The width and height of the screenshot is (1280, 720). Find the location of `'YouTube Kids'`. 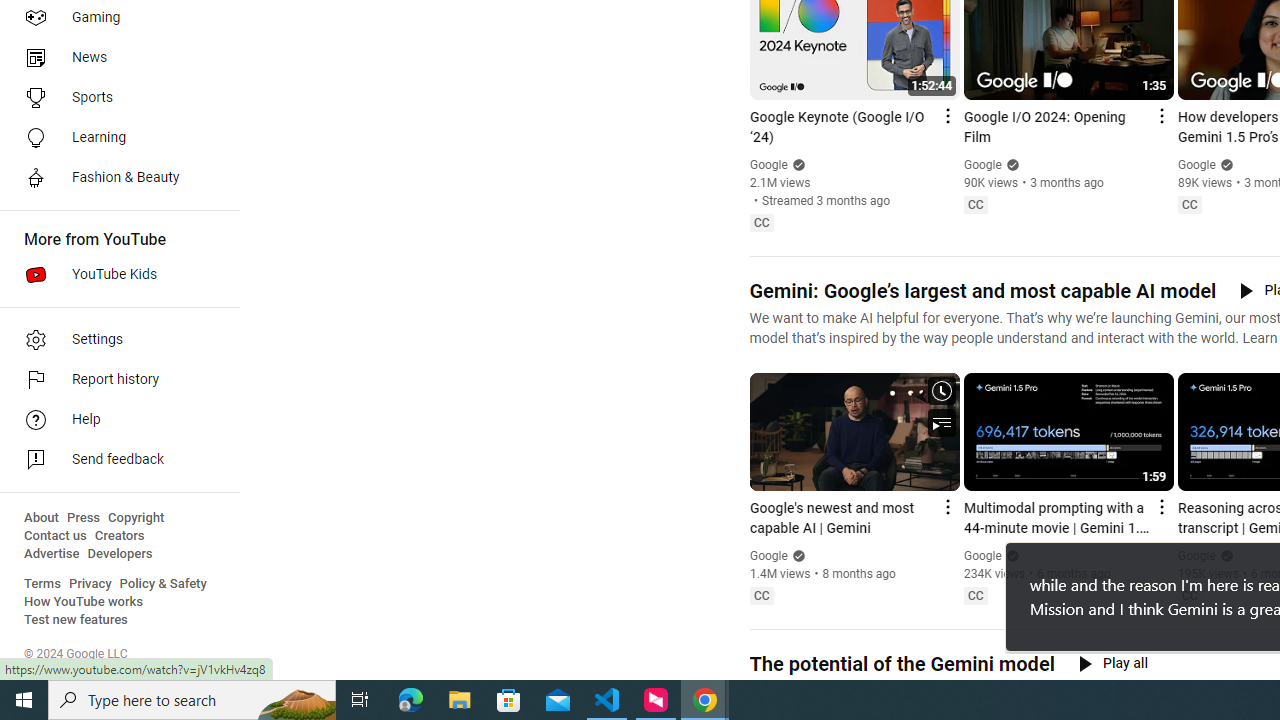

'YouTube Kids' is located at coordinates (112, 275).